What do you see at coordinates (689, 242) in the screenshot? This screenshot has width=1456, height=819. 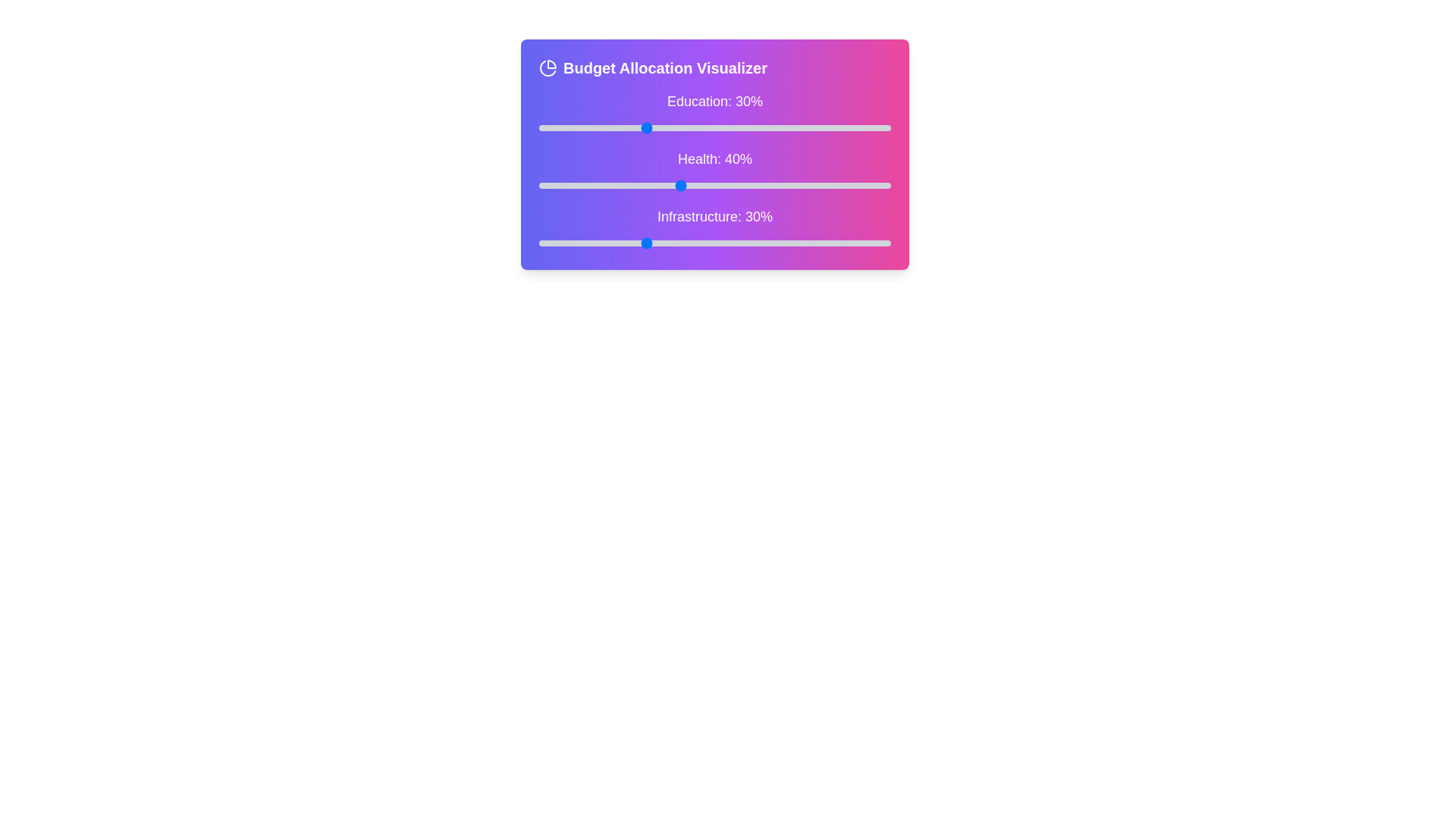 I see `'Infrastructure' percentage` at bounding box center [689, 242].